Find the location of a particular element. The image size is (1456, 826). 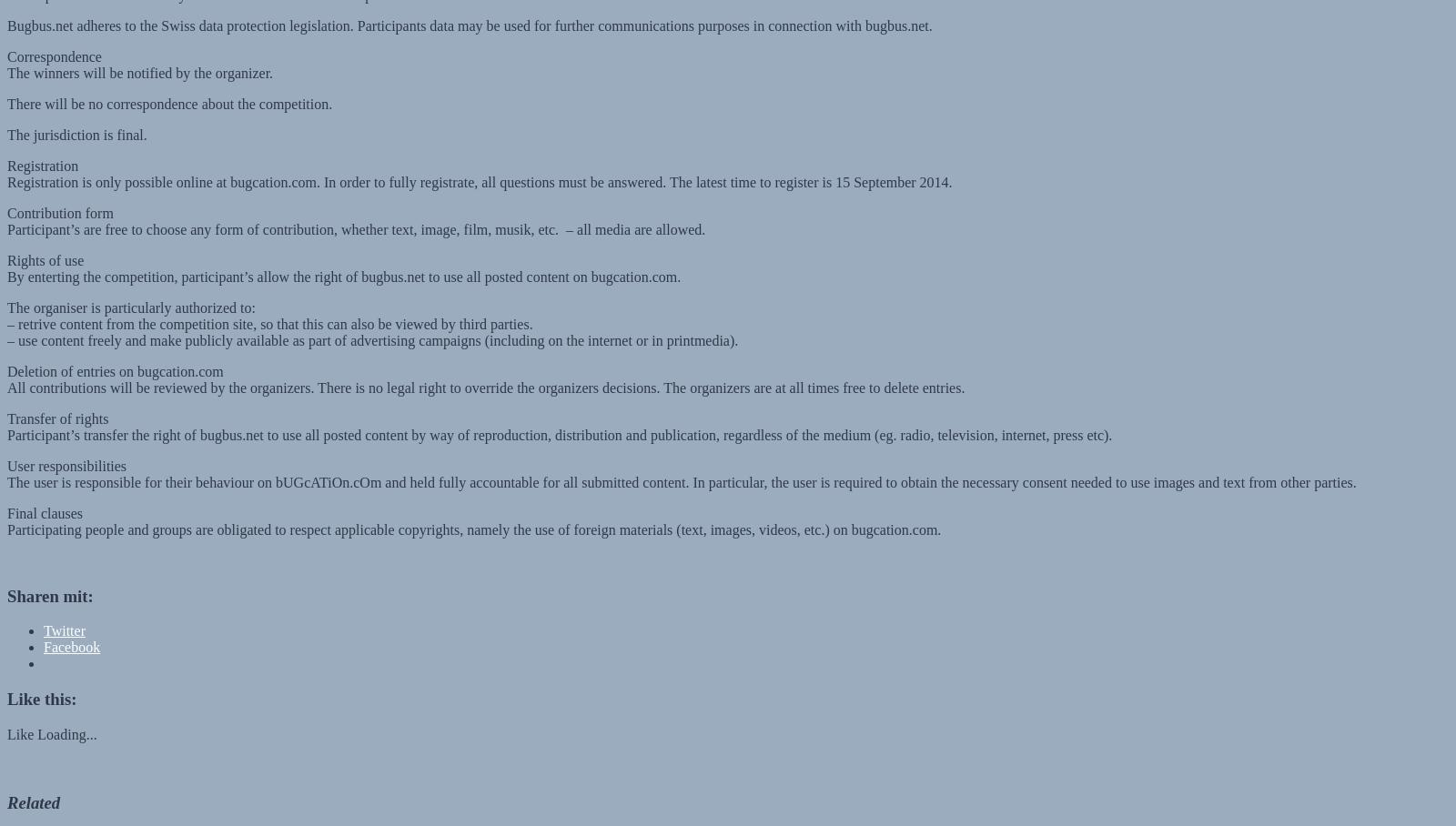

'Registration is only possible online at bugcation.com. In order to fully registrate, all questions must be answered. The latest time to register is 15 September 2014.' is located at coordinates (479, 164).